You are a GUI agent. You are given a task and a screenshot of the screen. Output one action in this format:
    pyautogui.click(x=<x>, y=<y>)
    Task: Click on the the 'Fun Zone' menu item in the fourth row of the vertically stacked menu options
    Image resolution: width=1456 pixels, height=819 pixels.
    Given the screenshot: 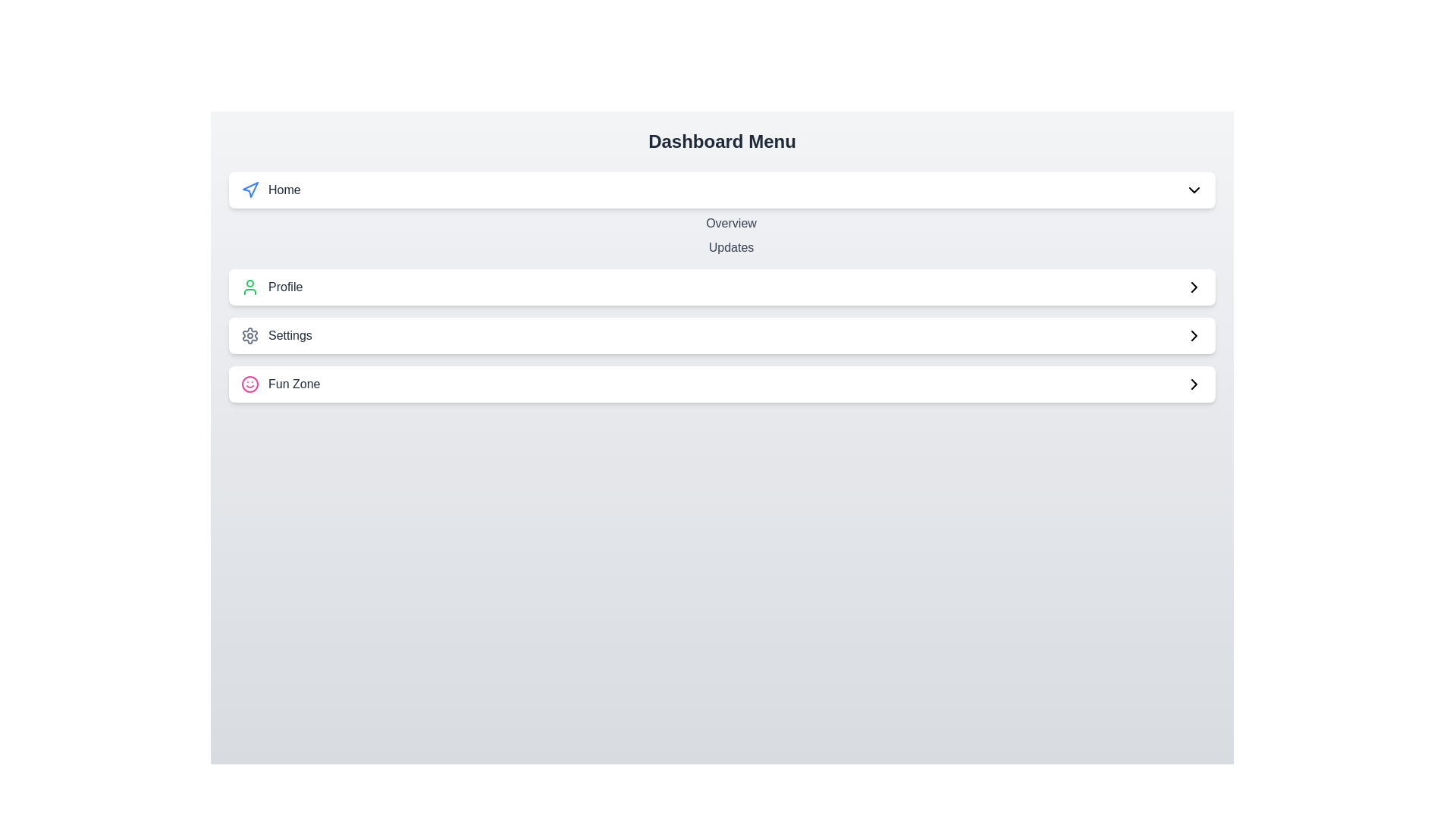 What is the action you would take?
    pyautogui.click(x=281, y=383)
    